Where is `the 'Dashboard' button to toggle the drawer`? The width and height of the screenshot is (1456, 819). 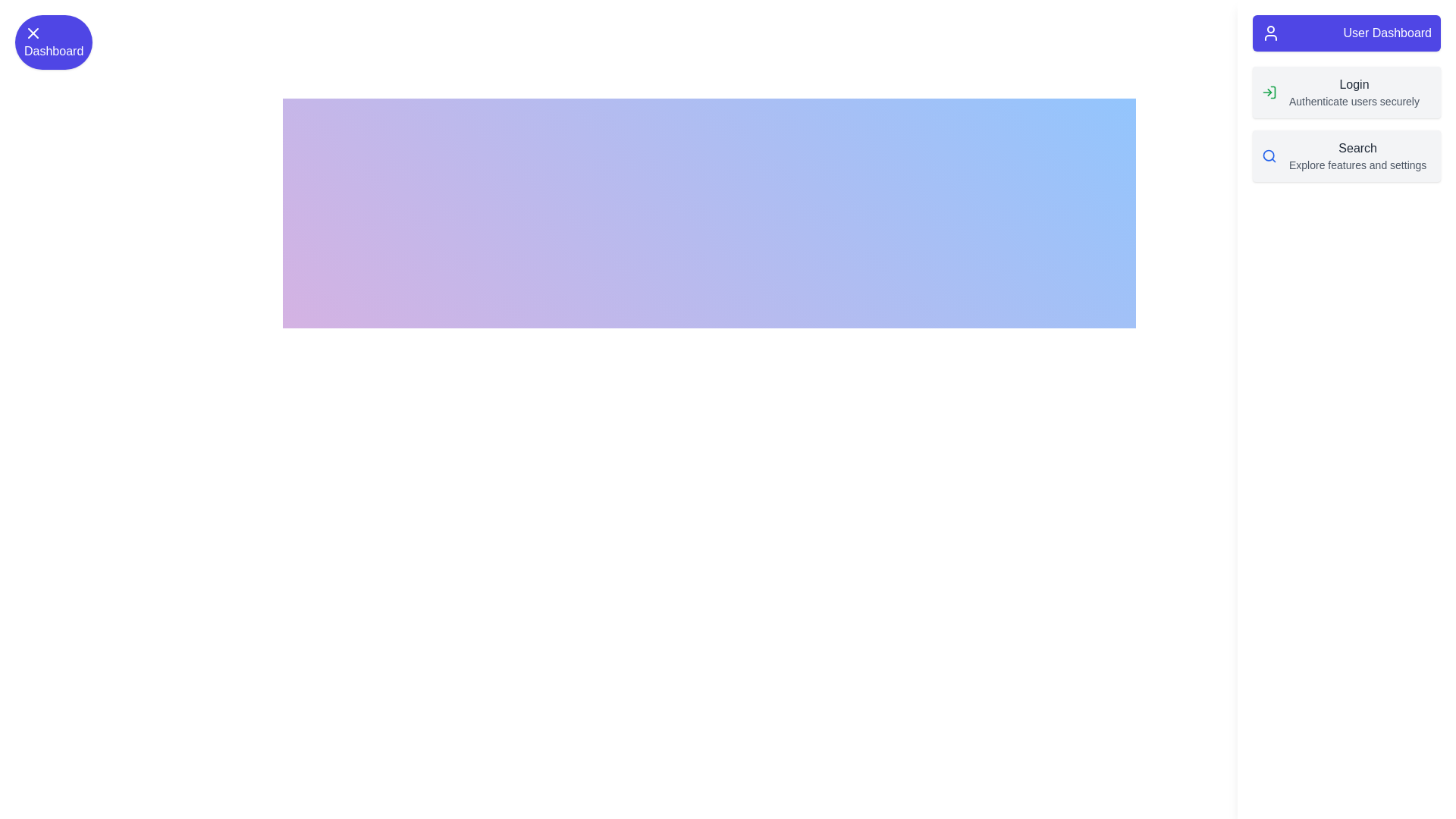 the 'Dashboard' button to toggle the drawer is located at coordinates (54, 42).